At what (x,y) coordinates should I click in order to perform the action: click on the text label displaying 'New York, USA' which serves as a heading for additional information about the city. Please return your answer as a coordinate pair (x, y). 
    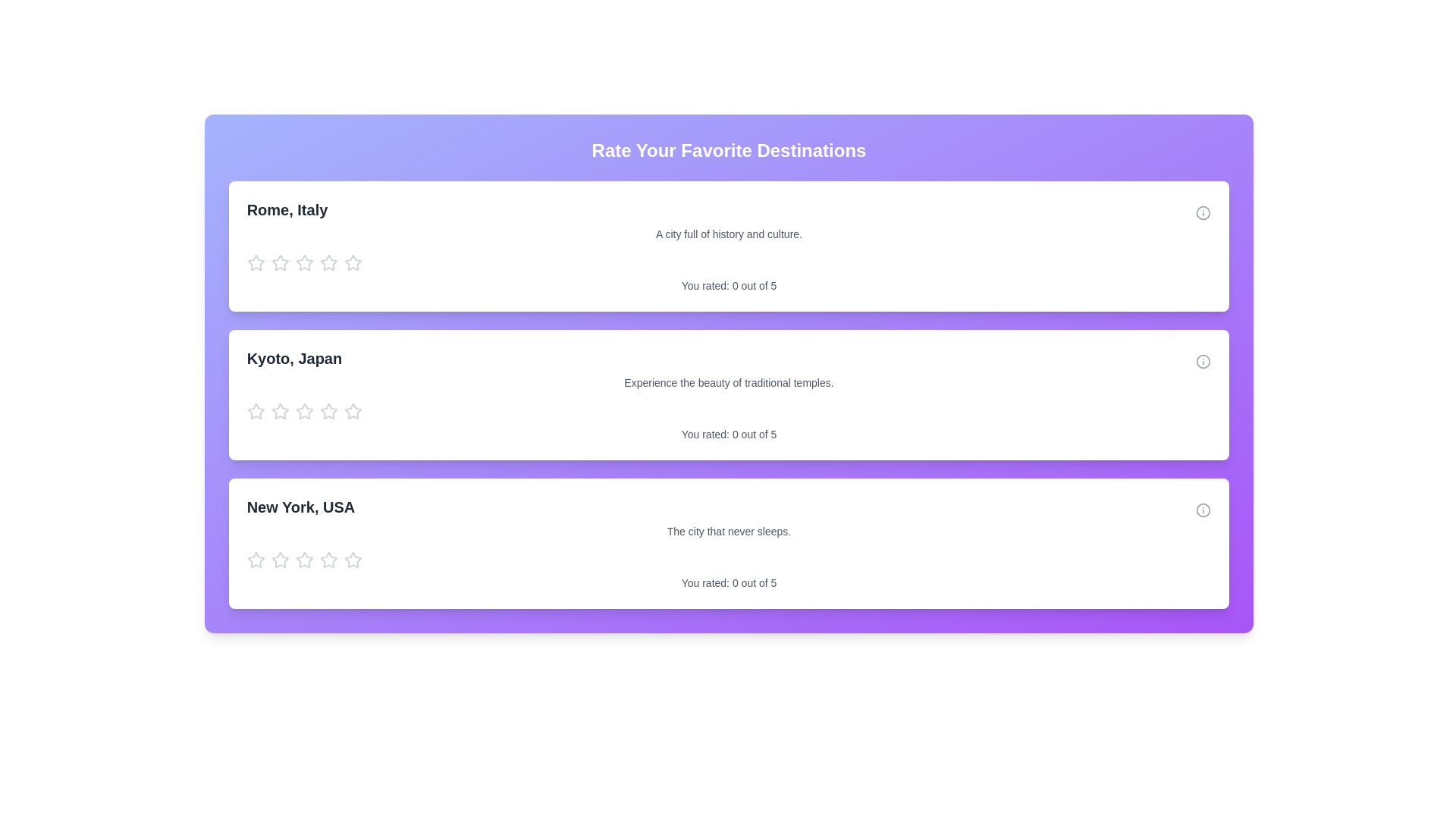
    Looking at the image, I should click on (300, 507).